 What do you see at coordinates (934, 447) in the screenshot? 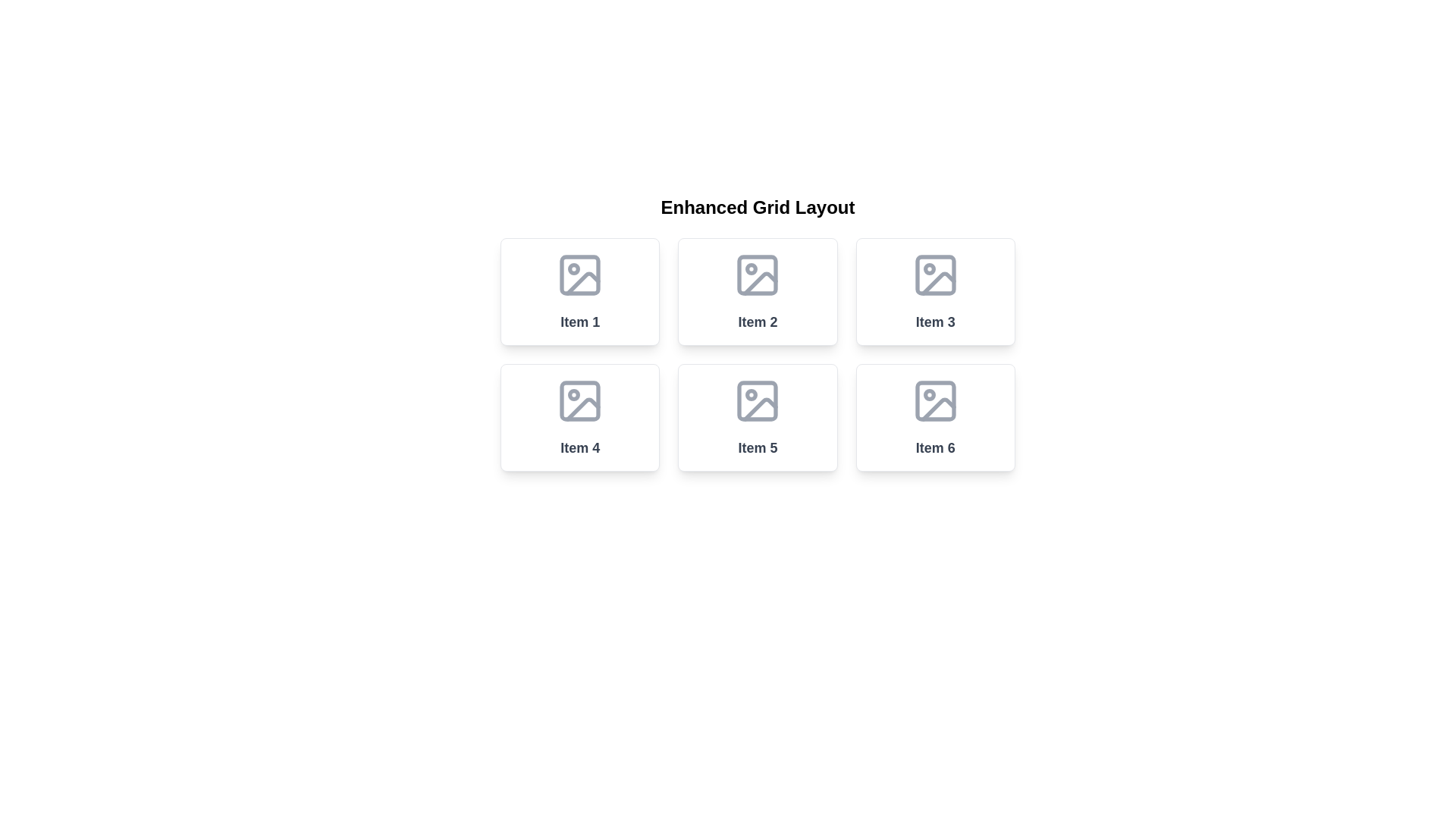
I see `on the text label displaying 'Item 6', located at the center-bottom of a card in the bottom-right corner of a grid layout` at bounding box center [934, 447].